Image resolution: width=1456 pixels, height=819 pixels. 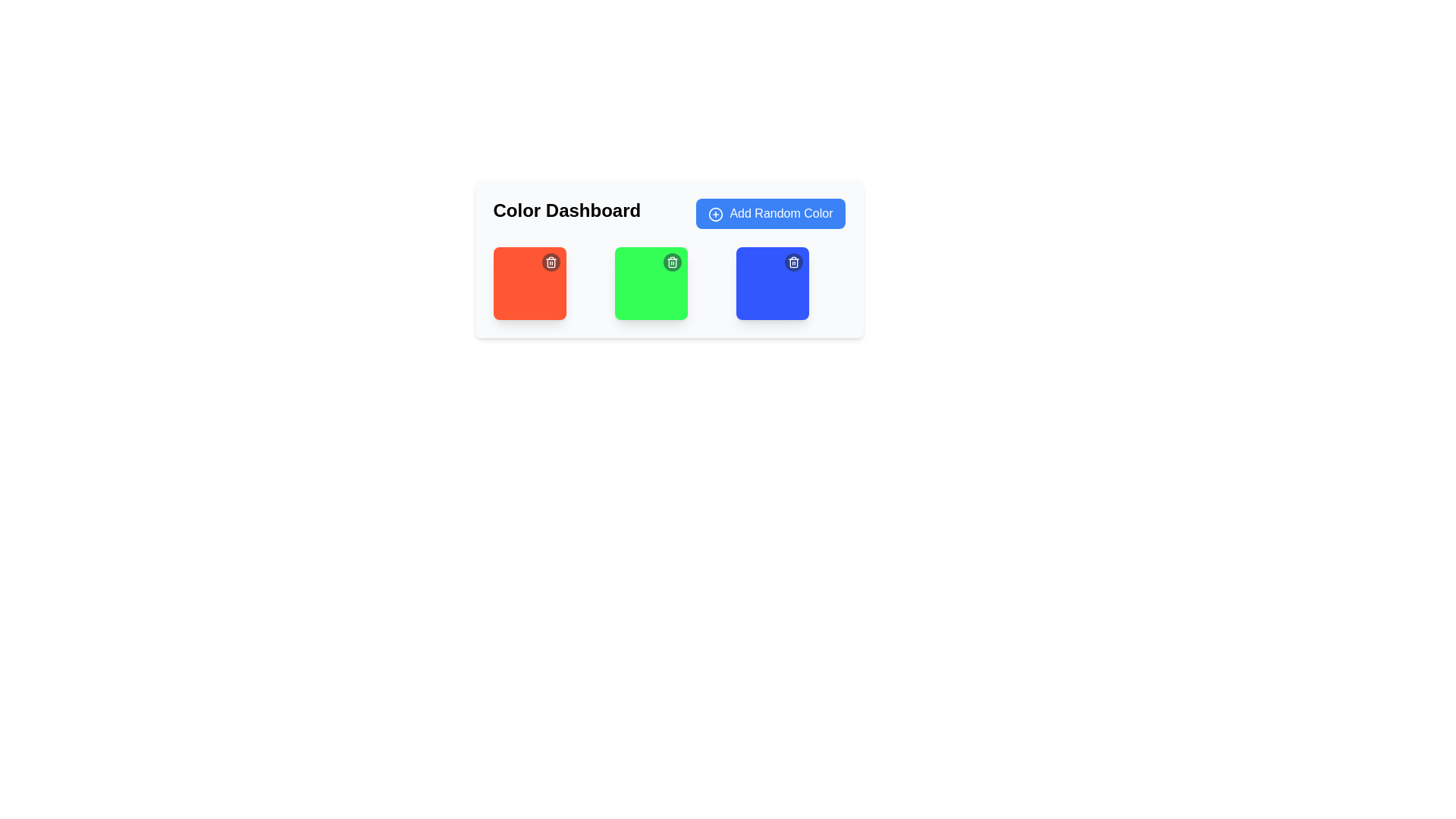 I want to click on the circular button with a white trashcan icon located at the top-right corner of the red card, so click(x=550, y=262).